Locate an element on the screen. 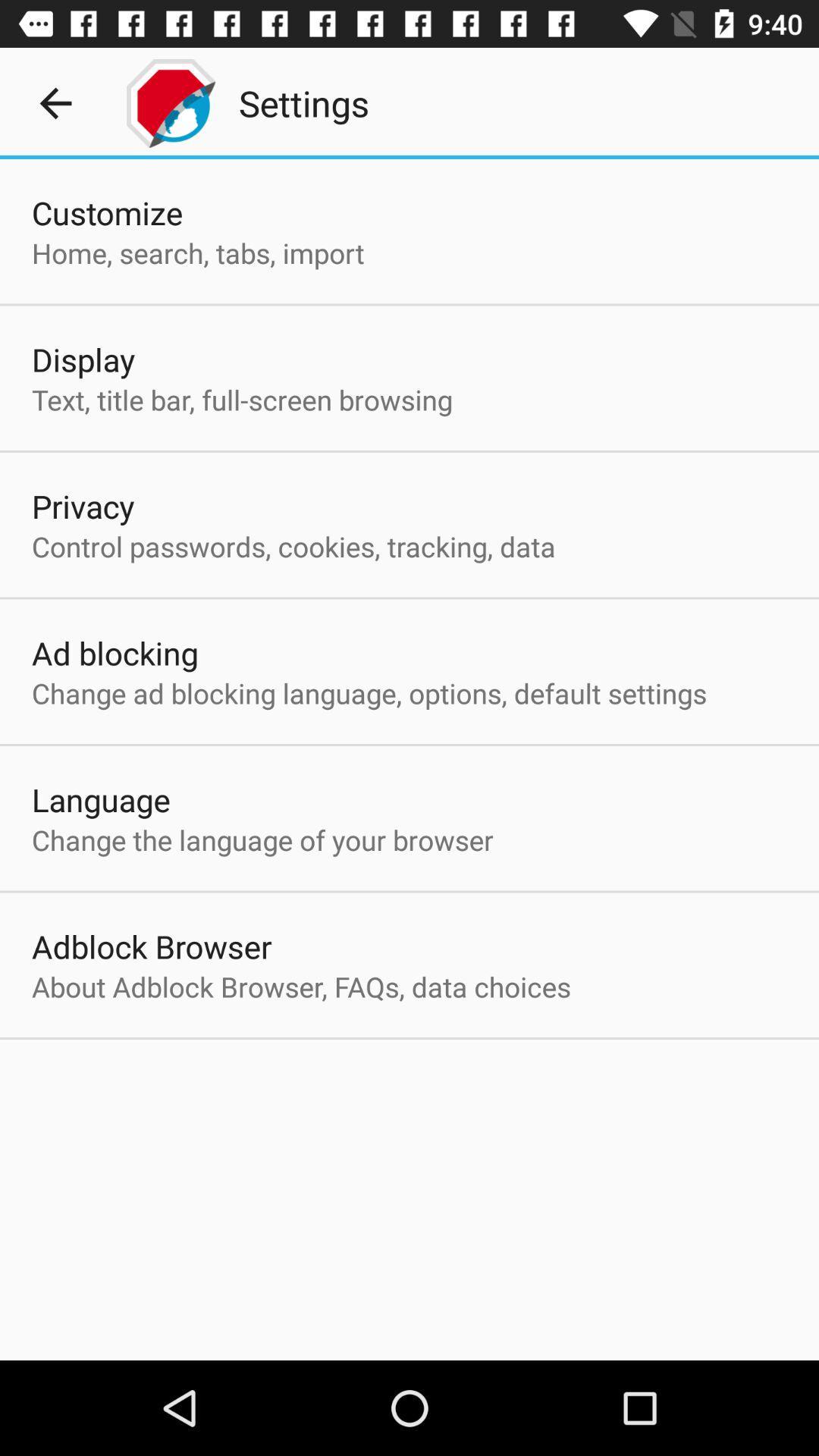  the item above the home search tabs icon is located at coordinates (106, 212).